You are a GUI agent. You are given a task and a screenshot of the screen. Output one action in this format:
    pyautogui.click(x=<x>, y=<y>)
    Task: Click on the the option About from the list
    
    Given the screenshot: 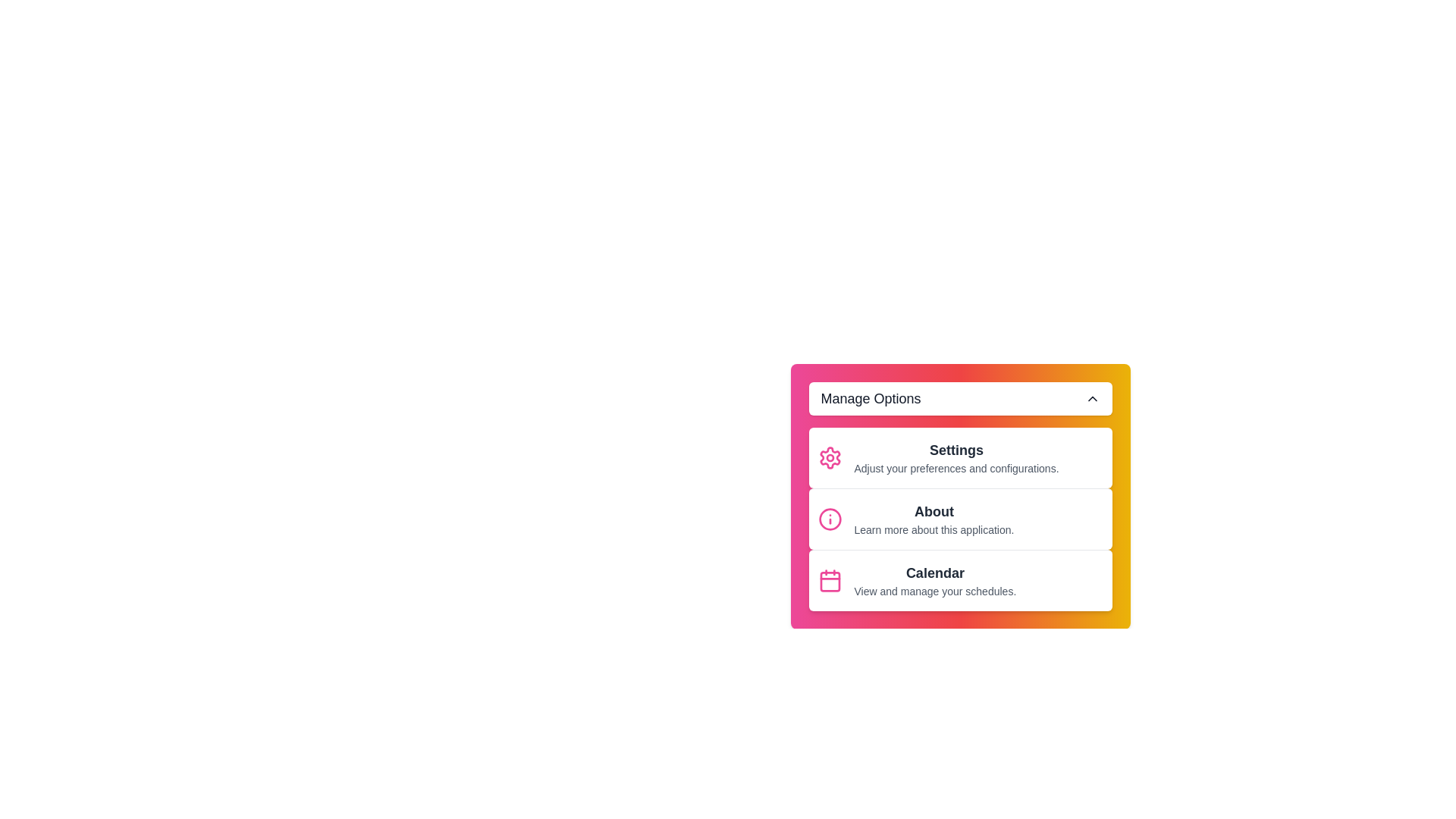 What is the action you would take?
    pyautogui.click(x=959, y=518)
    